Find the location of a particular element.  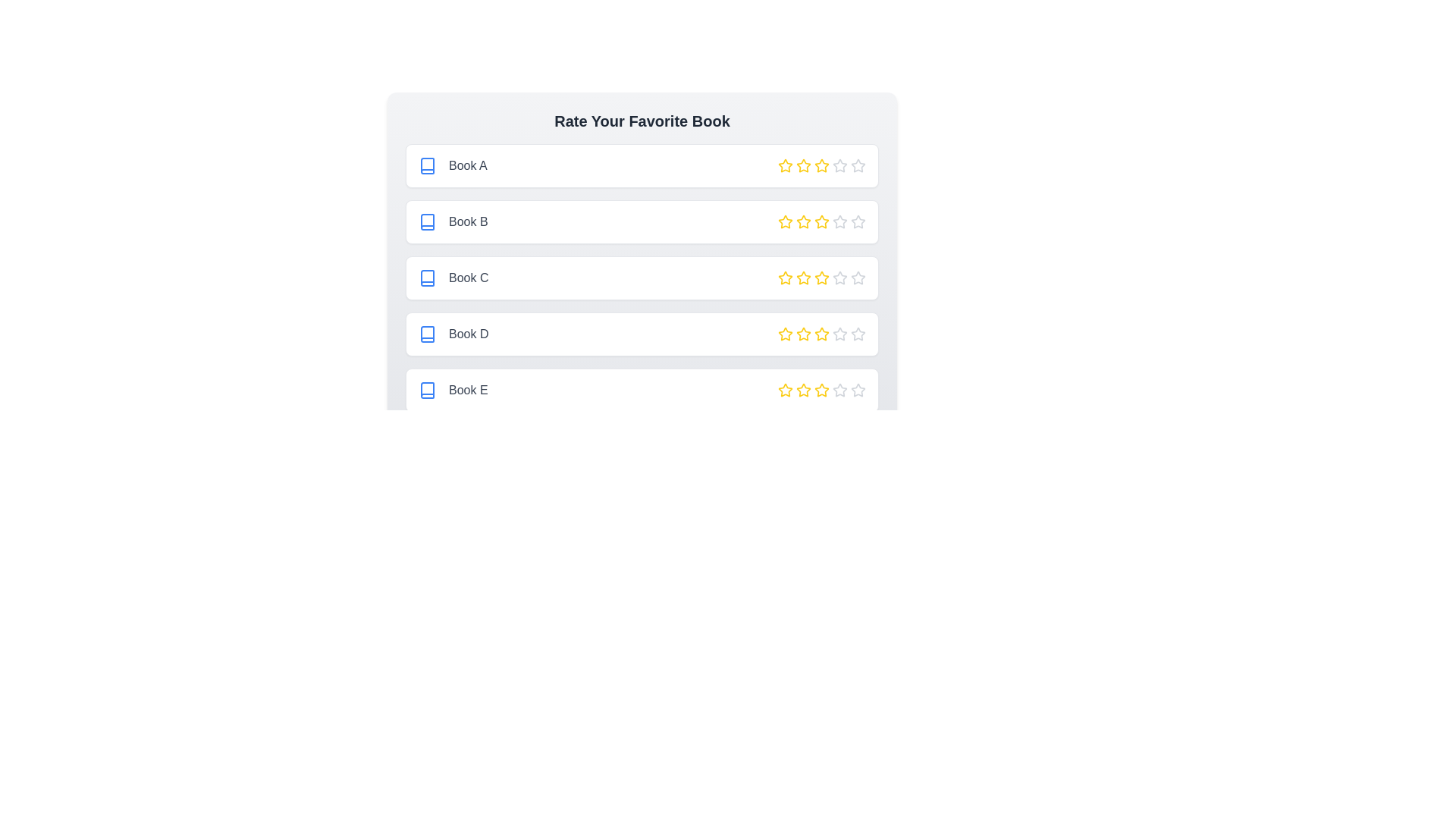

the star corresponding to 3 stars for the book titled Book E is located at coordinates (821, 390).